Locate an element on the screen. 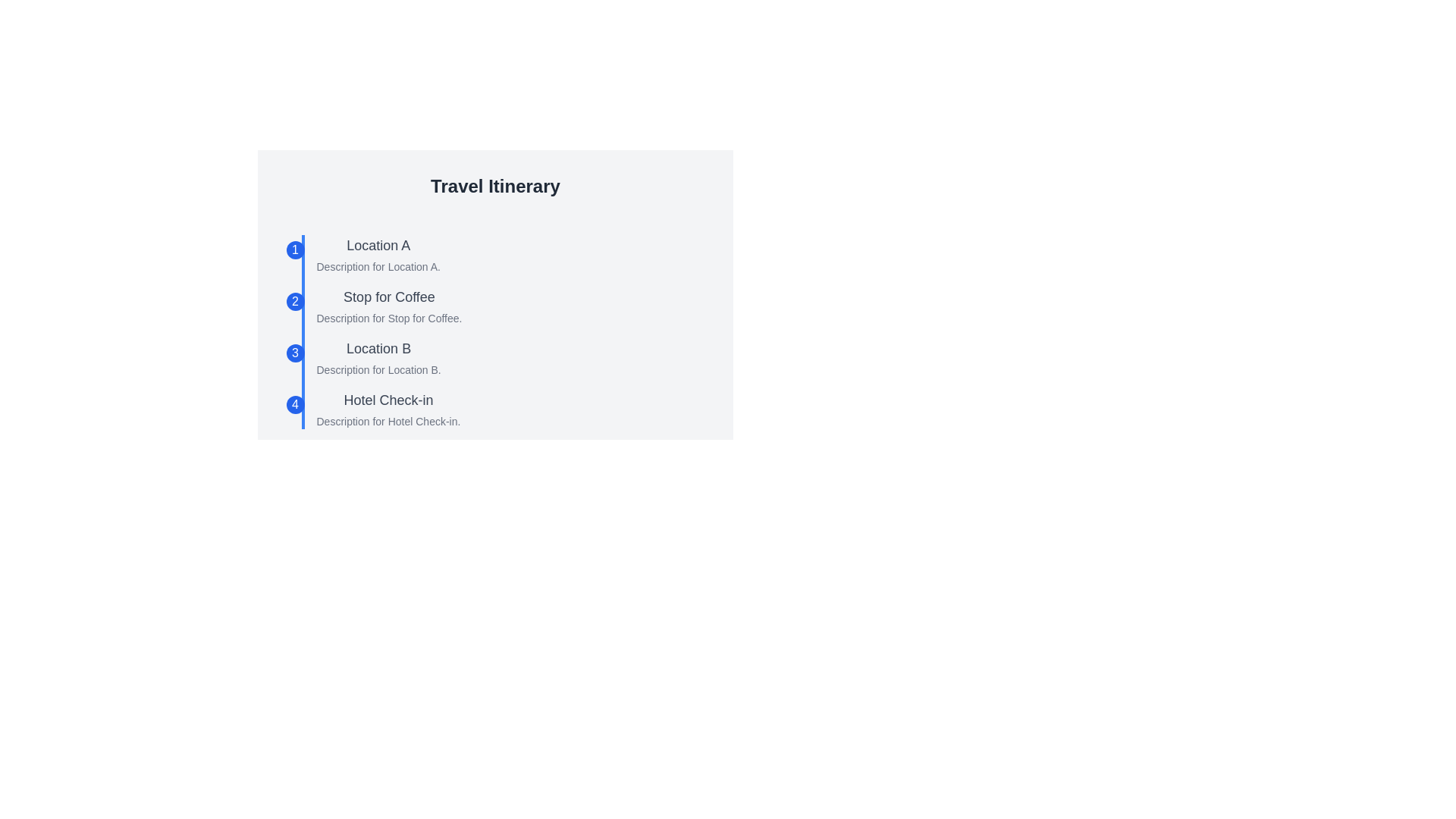  the static informational text label reading 'Description for Hotel Check-in', which is styled in a smaller, light gray font and positioned below the bolded title 'Hotel Check-in' in the travel itinerary is located at coordinates (388, 421).